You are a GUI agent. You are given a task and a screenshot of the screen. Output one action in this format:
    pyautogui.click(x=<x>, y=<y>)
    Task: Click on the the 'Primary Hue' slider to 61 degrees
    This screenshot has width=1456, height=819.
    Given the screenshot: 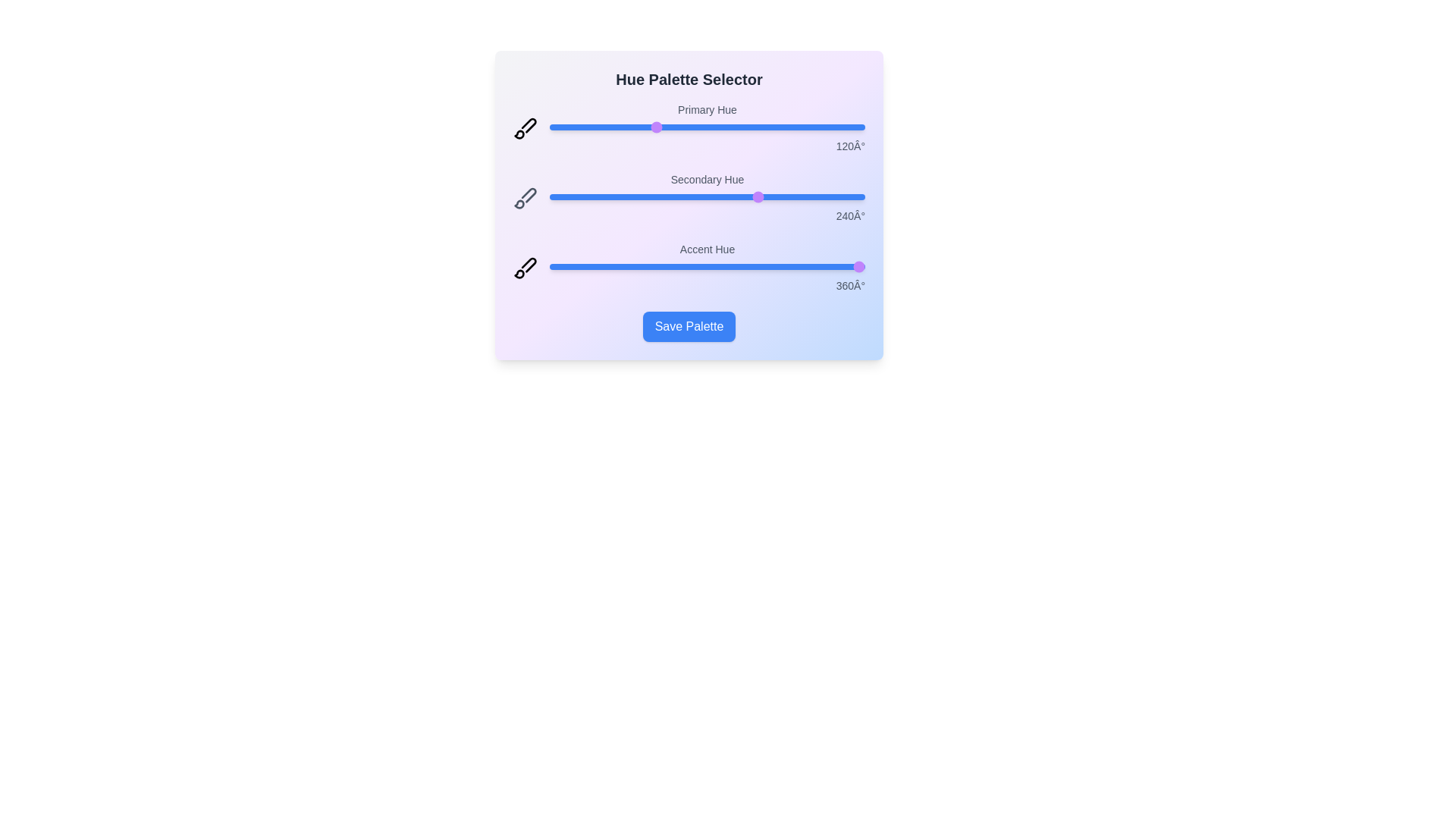 What is the action you would take?
    pyautogui.click(x=602, y=127)
    